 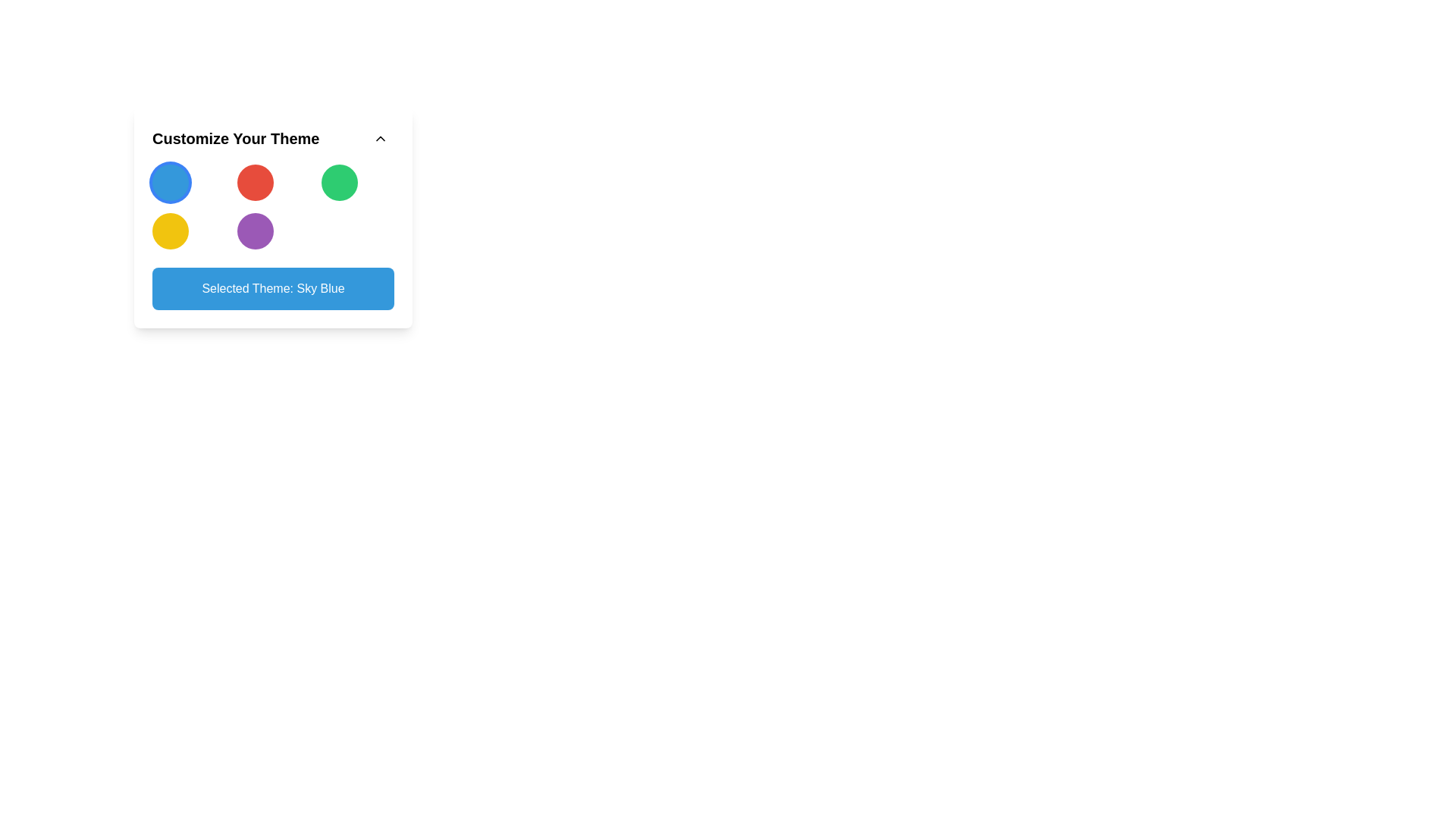 What do you see at coordinates (171, 181) in the screenshot?
I see `the 'Sky Blue' theme button located in the upper-left corner of the grid` at bounding box center [171, 181].